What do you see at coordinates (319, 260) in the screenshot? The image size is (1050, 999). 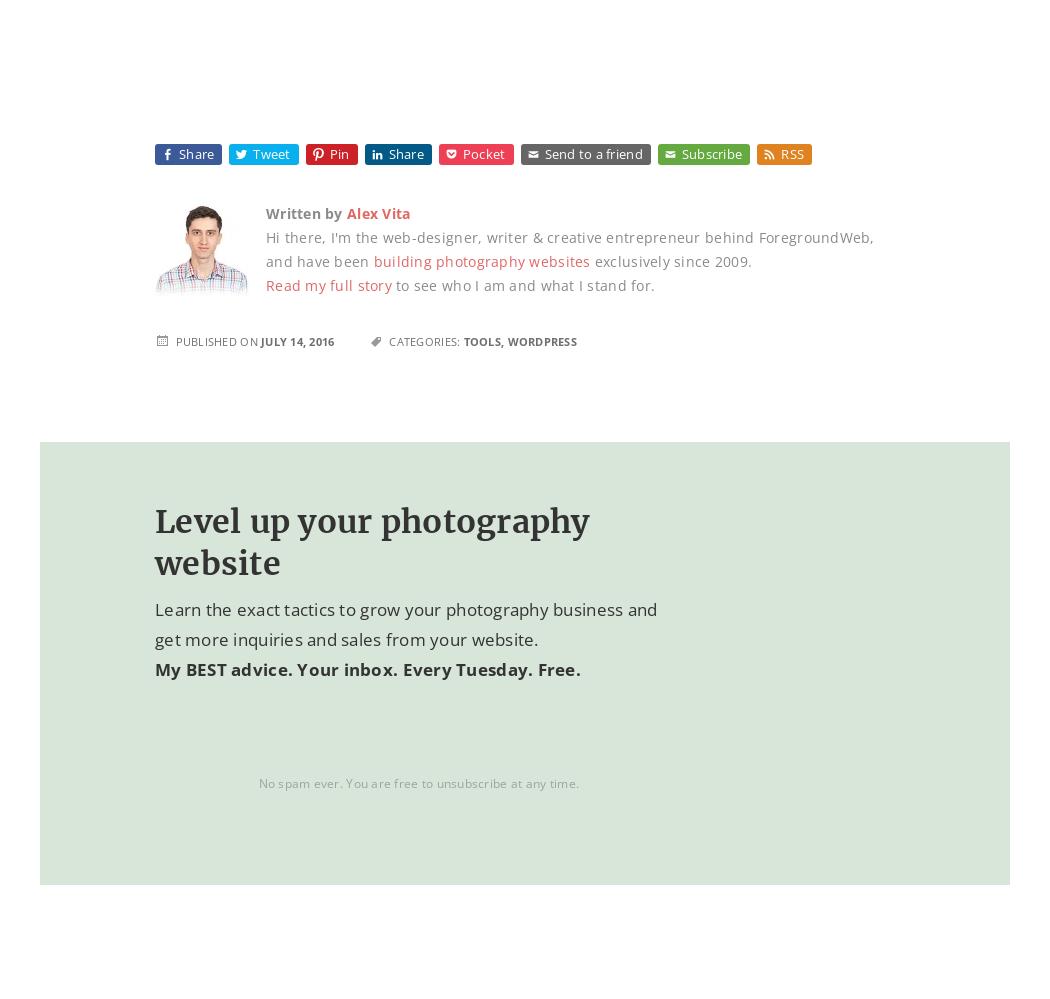 I see `'and have been'` at bounding box center [319, 260].